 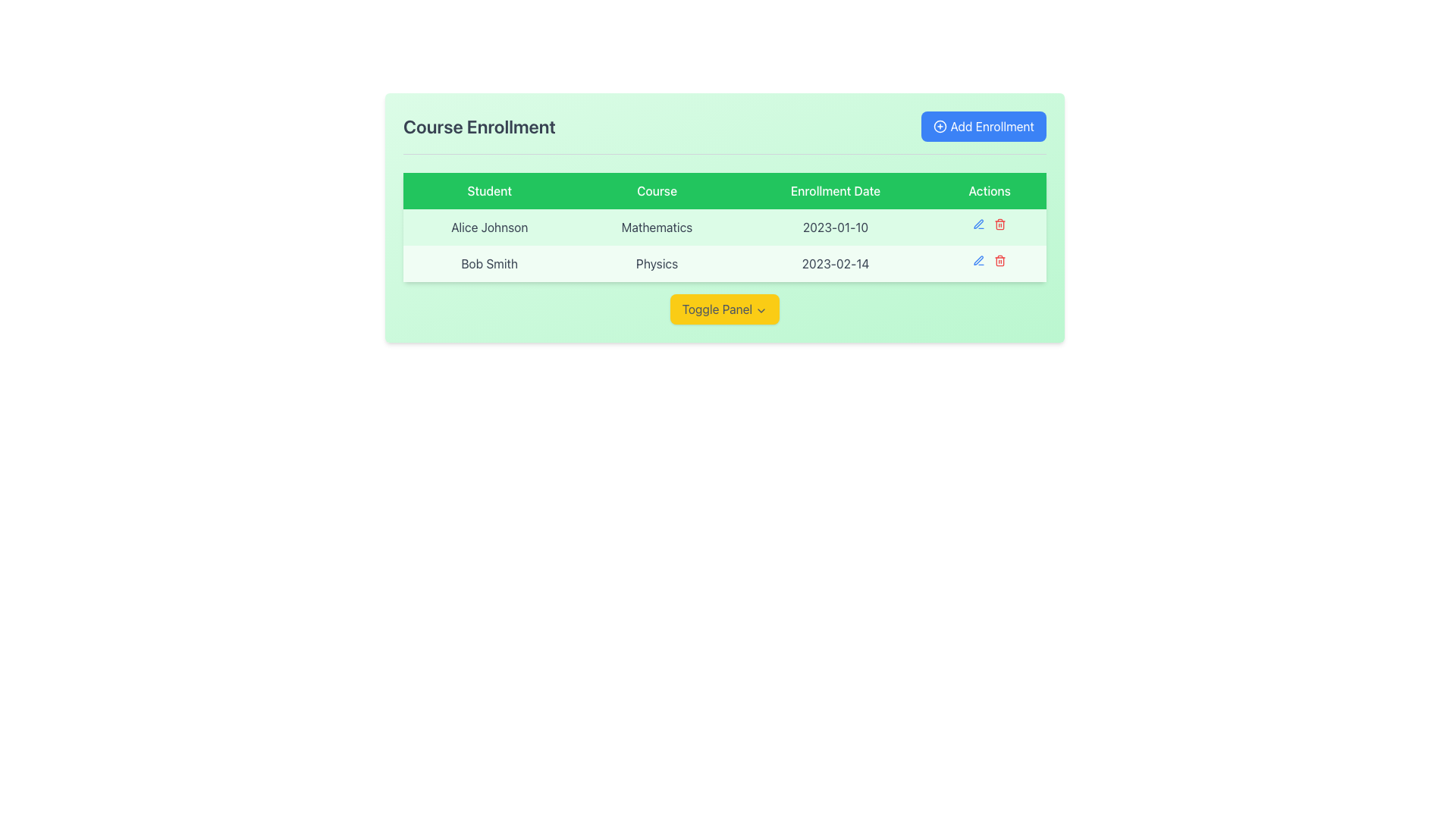 What do you see at coordinates (723, 309) in the screenshot?
I see `the 'Toggle Panel' button, which is a rectangular button with a yellow background and rounded corners, located near the bottom of the course enrollment table` at bounding box center [723, 309].